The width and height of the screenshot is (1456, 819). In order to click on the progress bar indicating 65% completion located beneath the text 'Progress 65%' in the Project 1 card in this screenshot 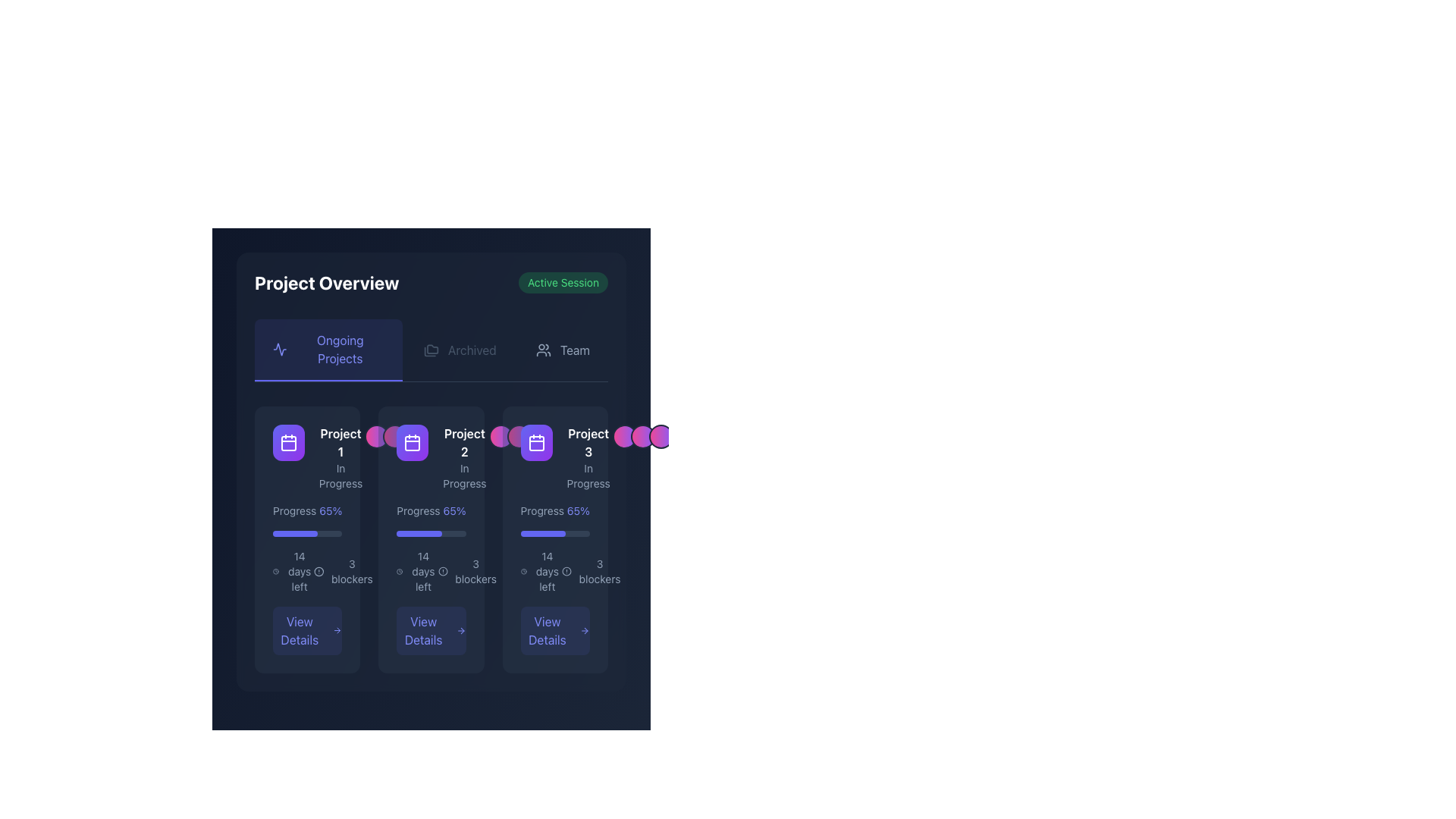, I will do `click(306, 533)`.